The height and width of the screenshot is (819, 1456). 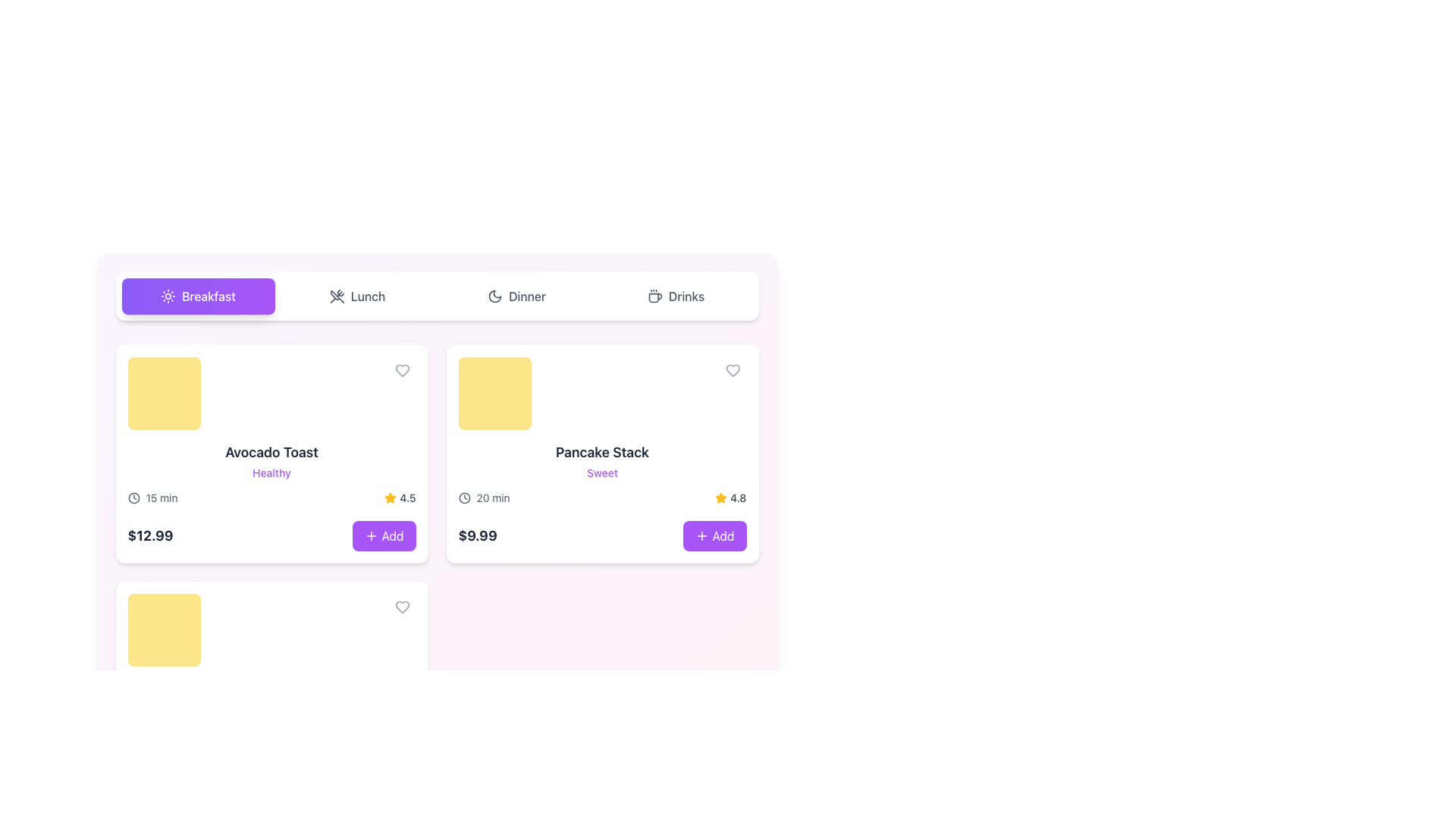 I want to click on the heart-shaped icon in the upper-right corner of the 'Avocado Toast' item card, so click(x=402, y=371).